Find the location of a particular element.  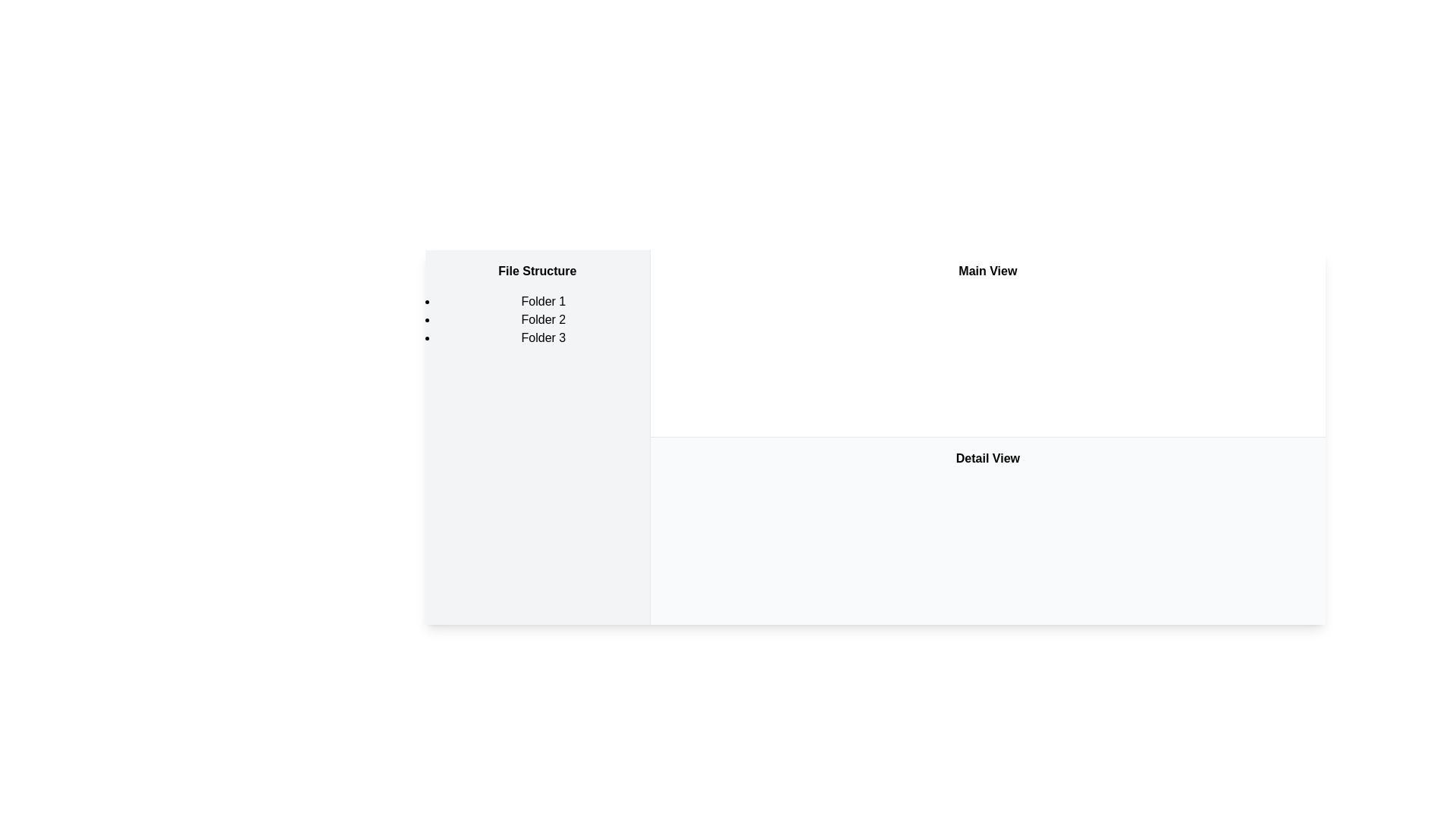

text label representing 'Folder 2', which is the second item in a vertical list of folder labels is located at coordinates (543, 318).